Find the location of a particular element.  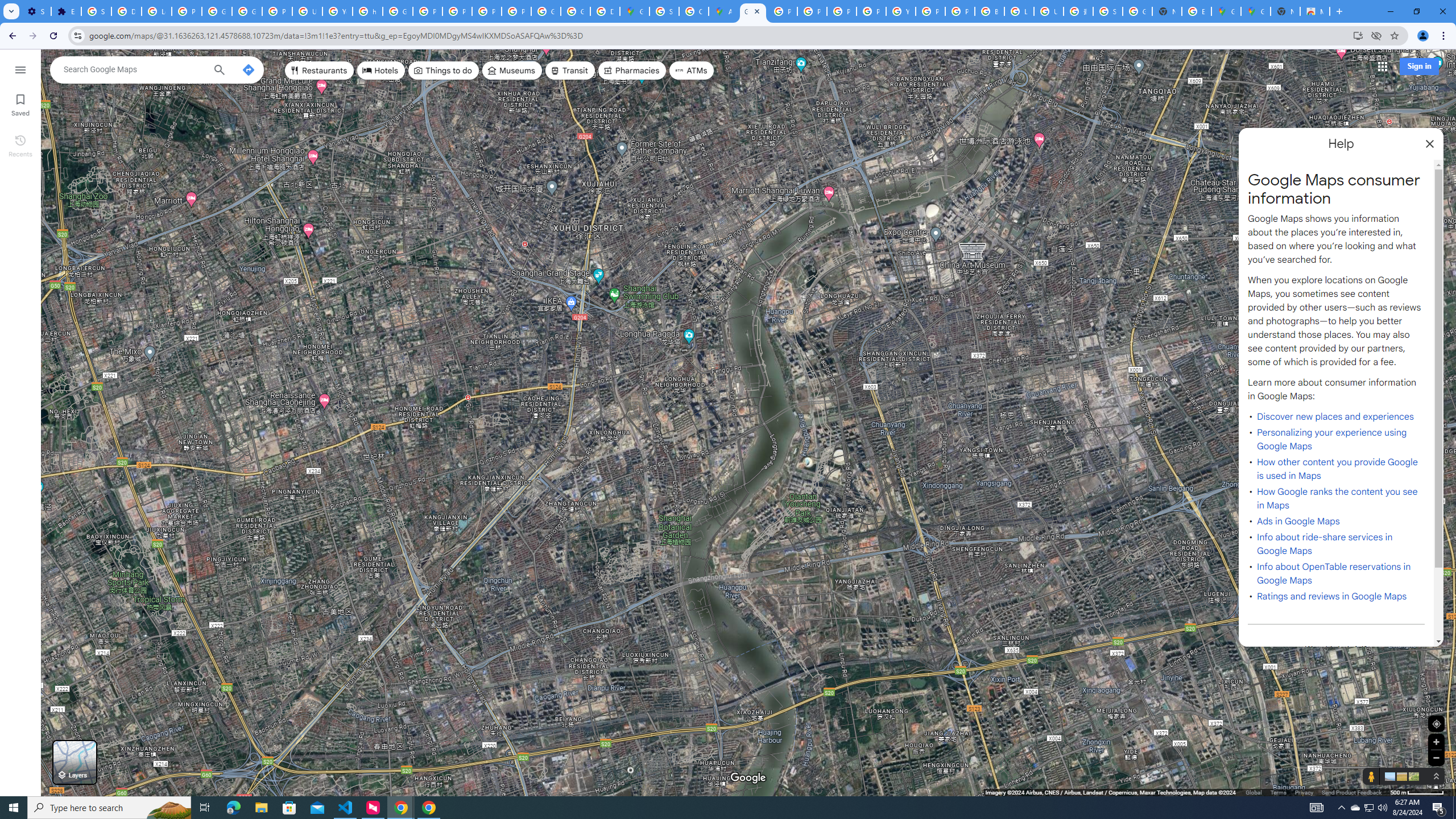

'Saved' is located at coordinates (19, 104).